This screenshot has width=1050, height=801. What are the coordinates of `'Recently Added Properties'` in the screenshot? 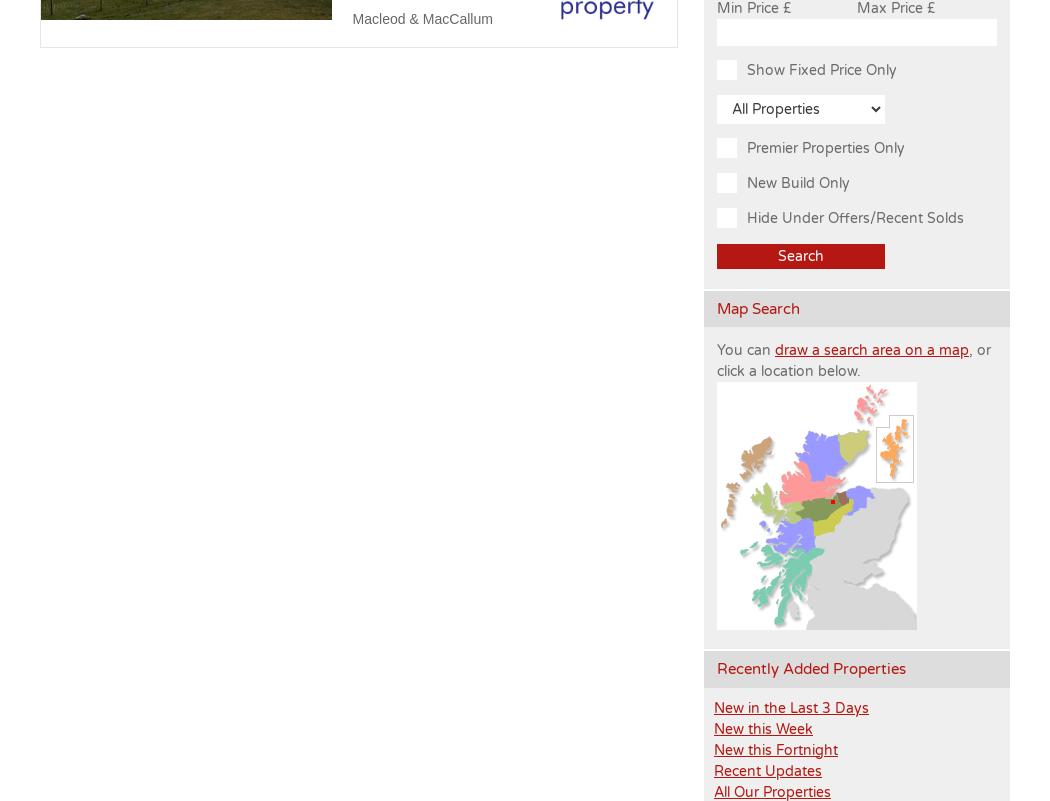 It's located at (716, 668).